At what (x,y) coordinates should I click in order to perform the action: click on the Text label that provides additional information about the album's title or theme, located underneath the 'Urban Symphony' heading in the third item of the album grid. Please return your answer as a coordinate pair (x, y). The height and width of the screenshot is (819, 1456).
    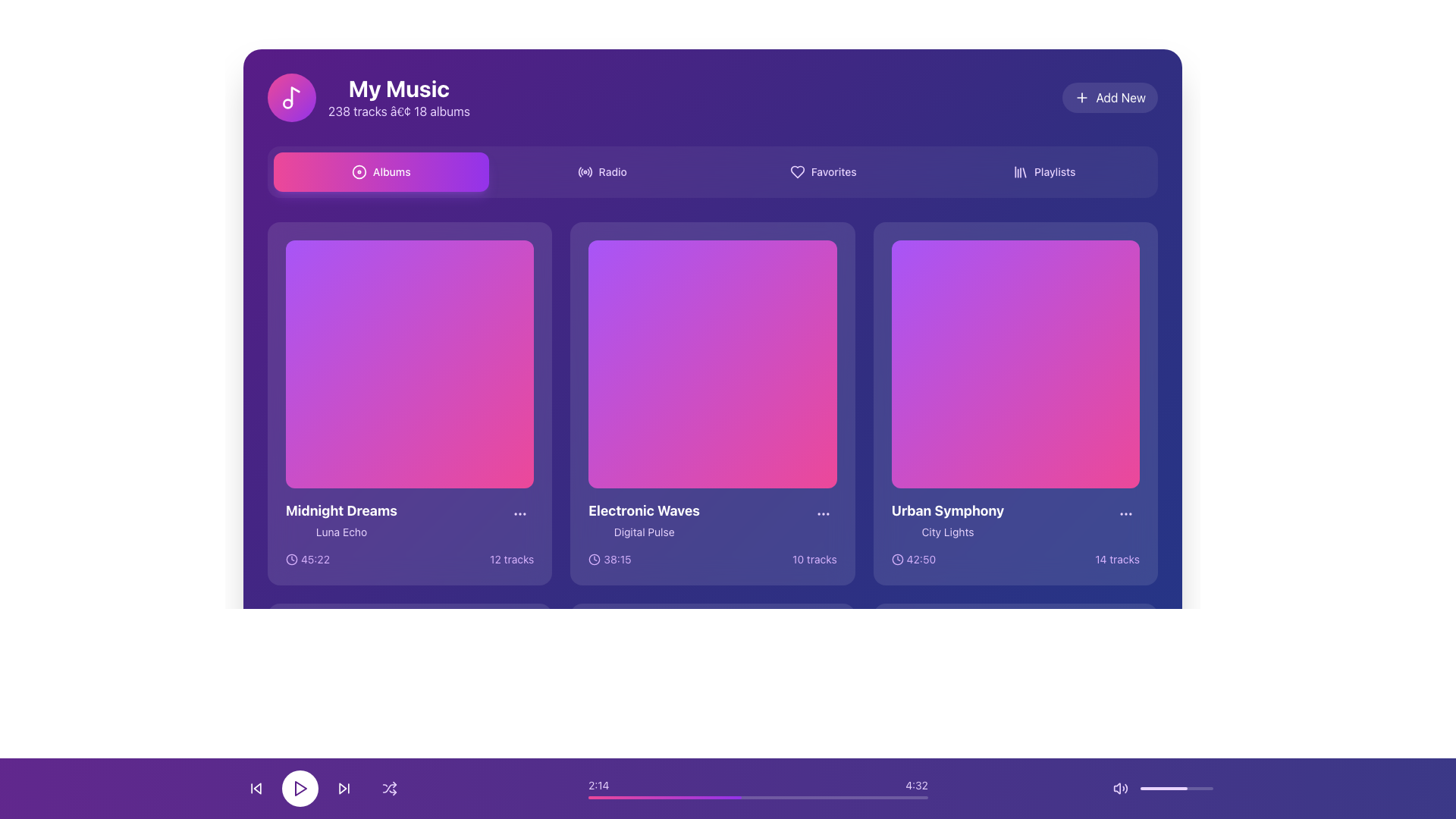
    Looking at the image, I should click on (946, 532).